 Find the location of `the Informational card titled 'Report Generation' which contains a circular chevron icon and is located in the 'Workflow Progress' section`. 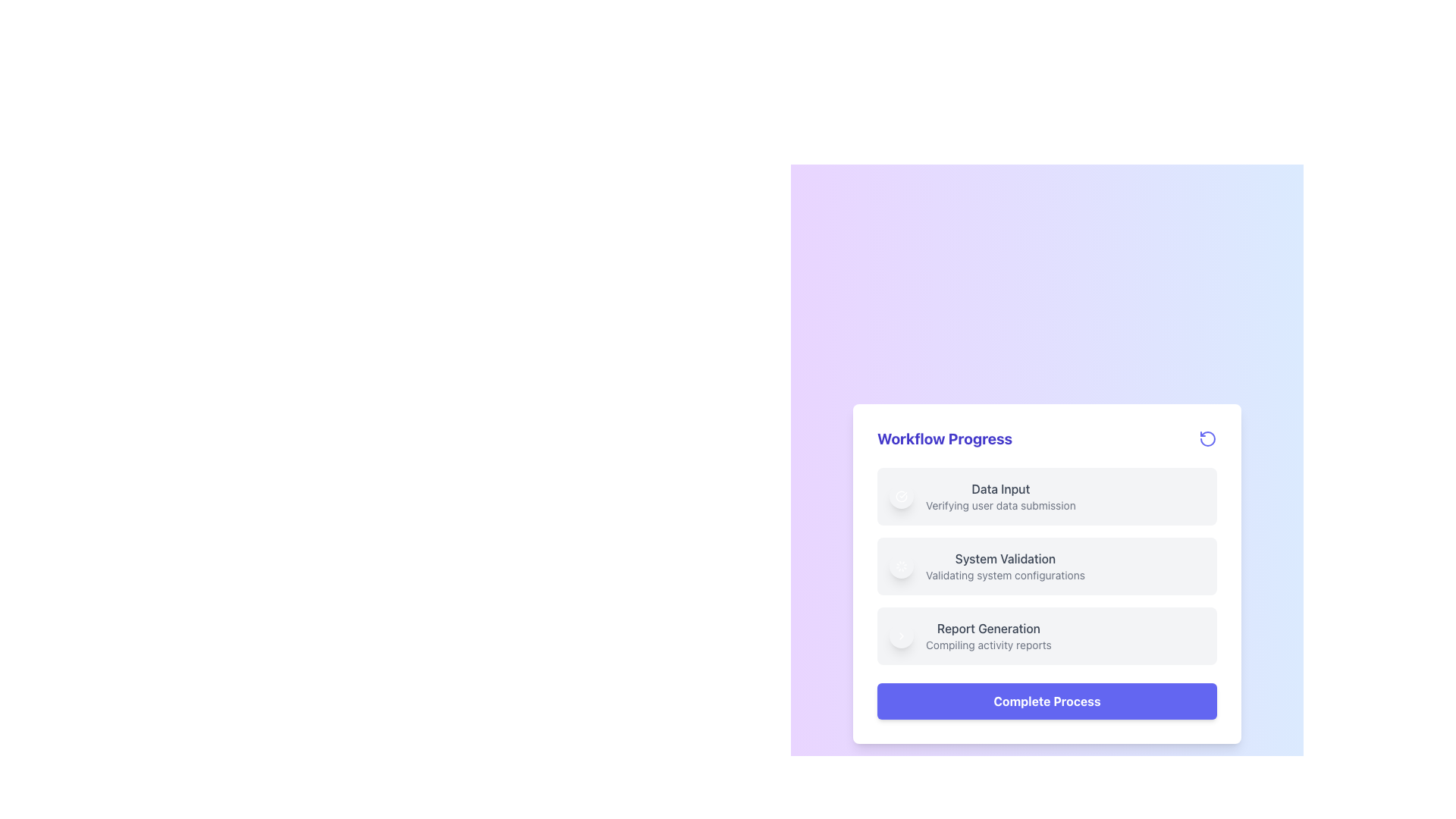

the Informational card titled 'Report Generation' which contains a circular chevron icon and is located in the 'Workflow Progress' section is located at coordinates (1046, 636).